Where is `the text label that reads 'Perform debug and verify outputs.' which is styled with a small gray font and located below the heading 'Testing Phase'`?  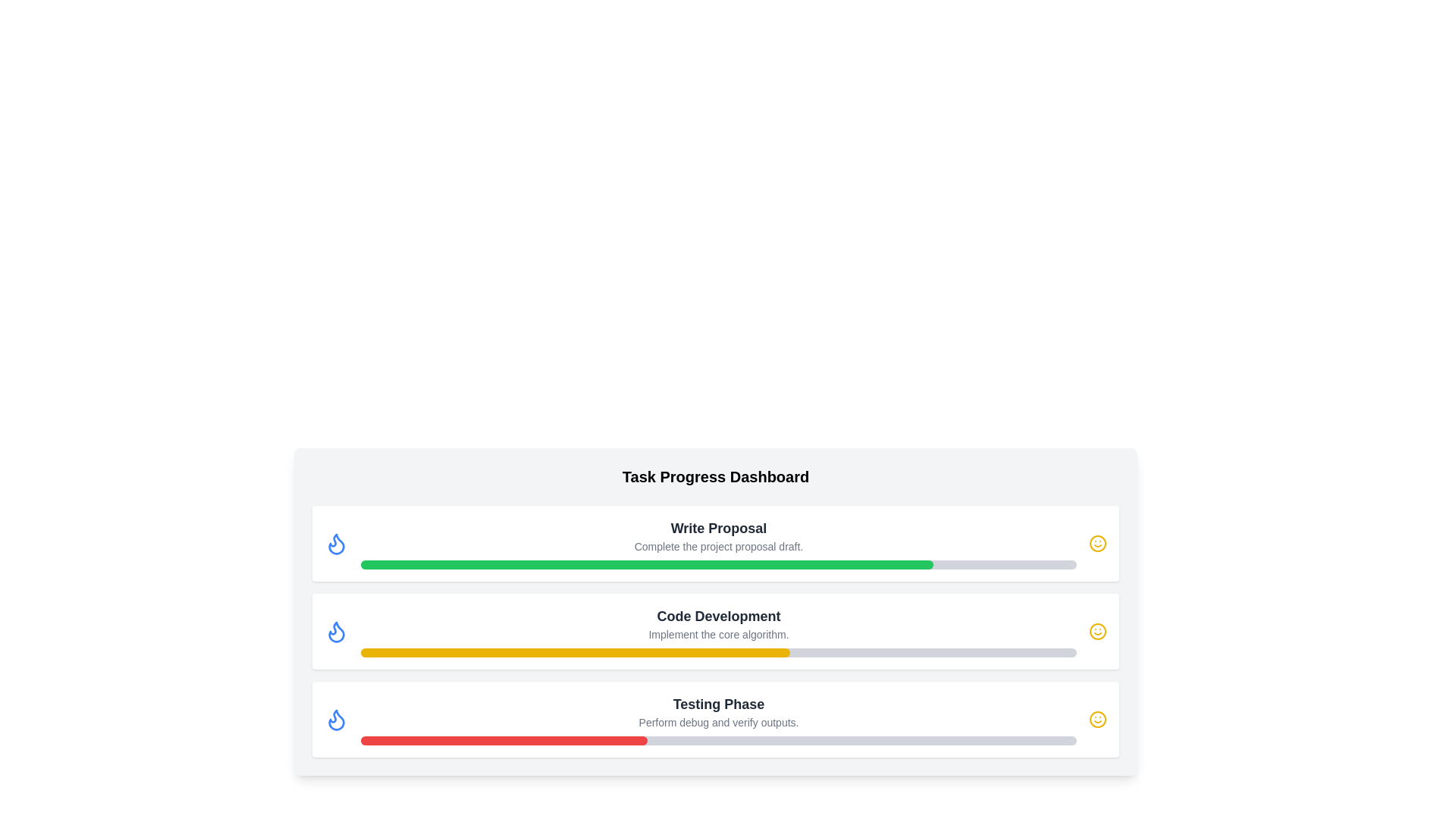 the text label that reads 'Perform debug and verify outputs.' which is styled with a small gray font and located below the heading 'Testing Phase' is located at coordinates (718, 721).